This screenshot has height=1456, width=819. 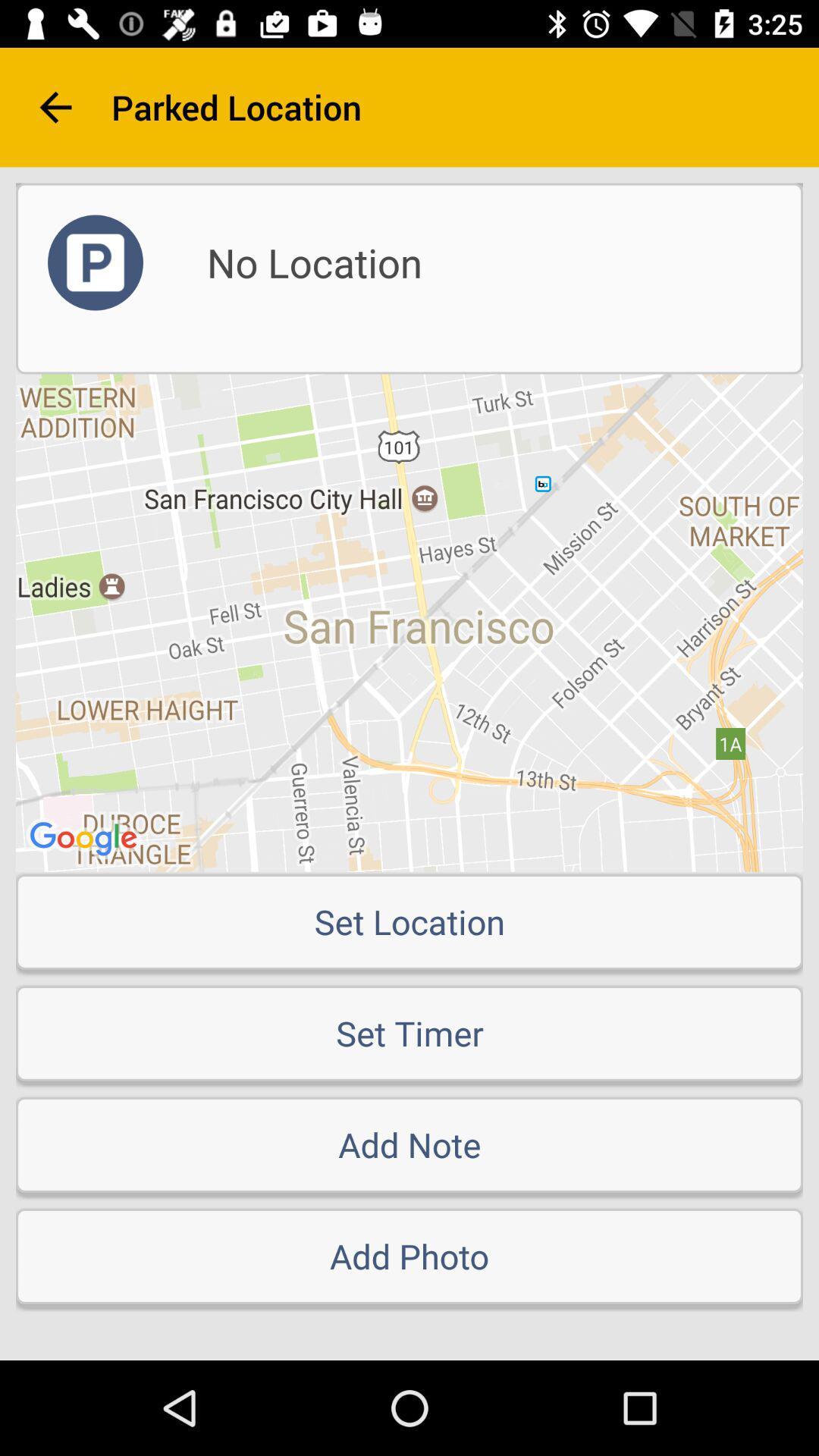 I want to click on item below add note icon, so click(x=409, y=1256).